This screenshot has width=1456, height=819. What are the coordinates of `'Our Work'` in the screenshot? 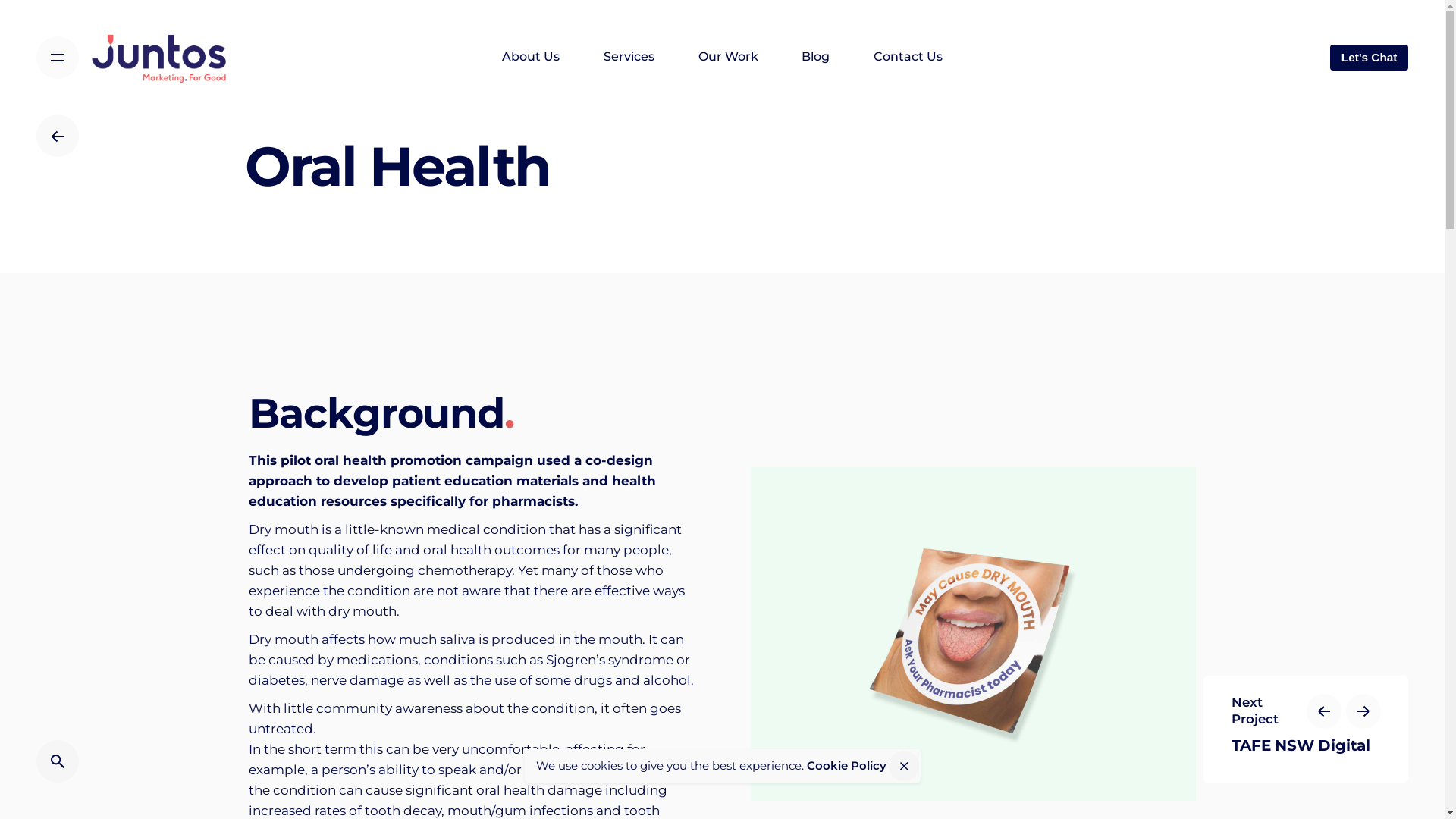 It's located at (728, 55).